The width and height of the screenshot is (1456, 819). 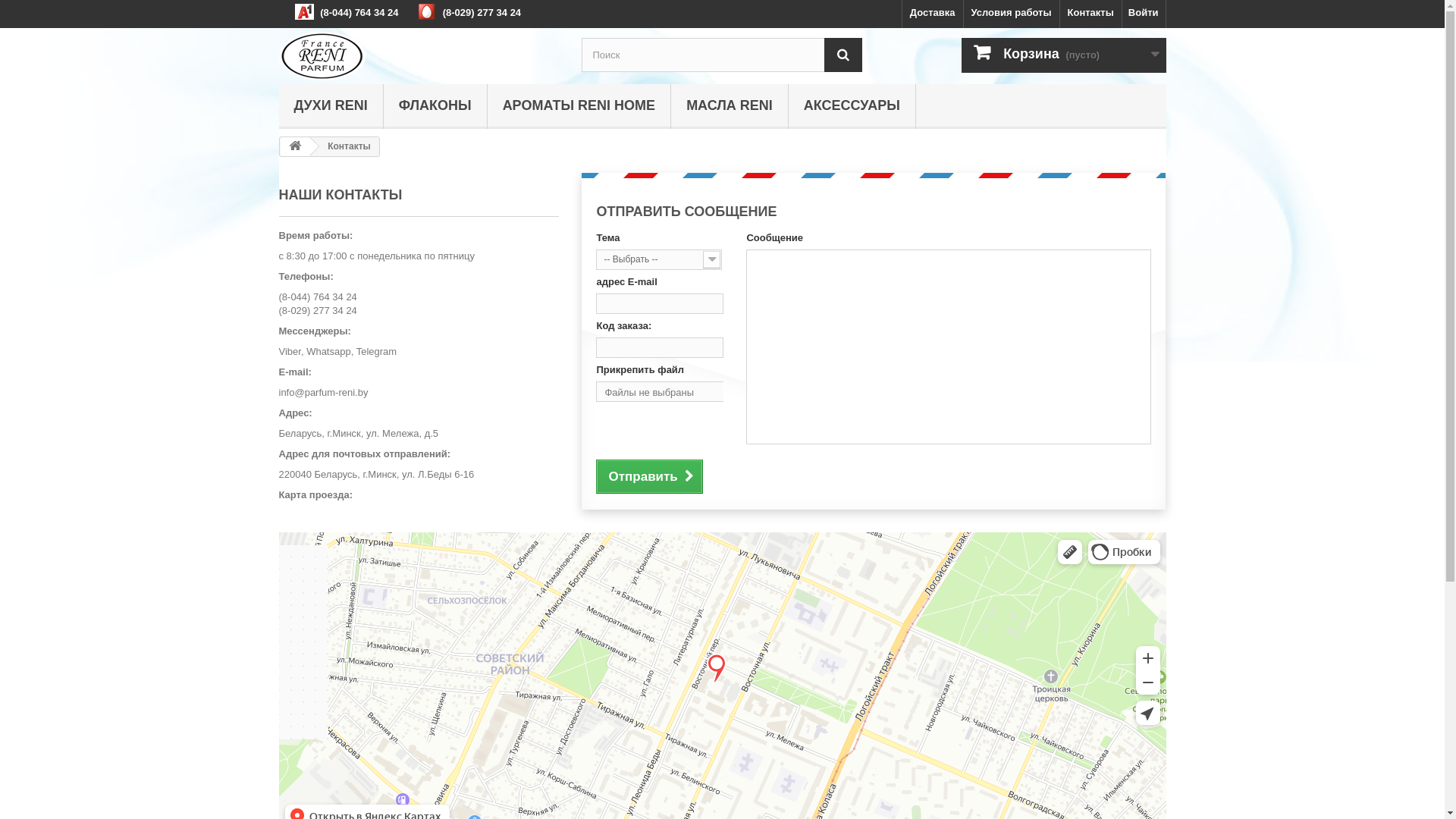 I want to click on 'Whatsapp', so click(x=328, y=351).